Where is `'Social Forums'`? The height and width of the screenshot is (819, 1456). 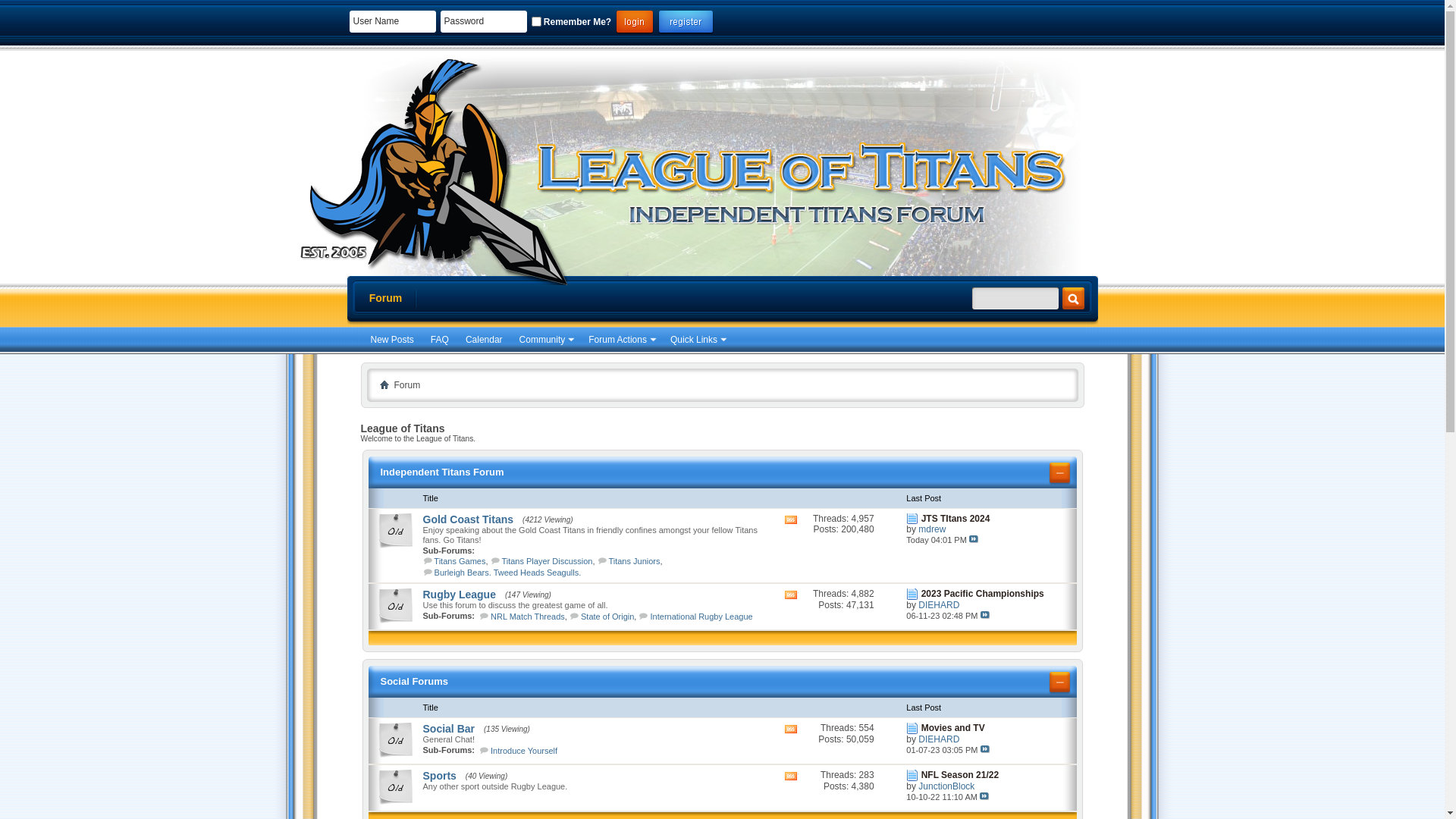
'Social Forums' is located at coordinates (415, 680).